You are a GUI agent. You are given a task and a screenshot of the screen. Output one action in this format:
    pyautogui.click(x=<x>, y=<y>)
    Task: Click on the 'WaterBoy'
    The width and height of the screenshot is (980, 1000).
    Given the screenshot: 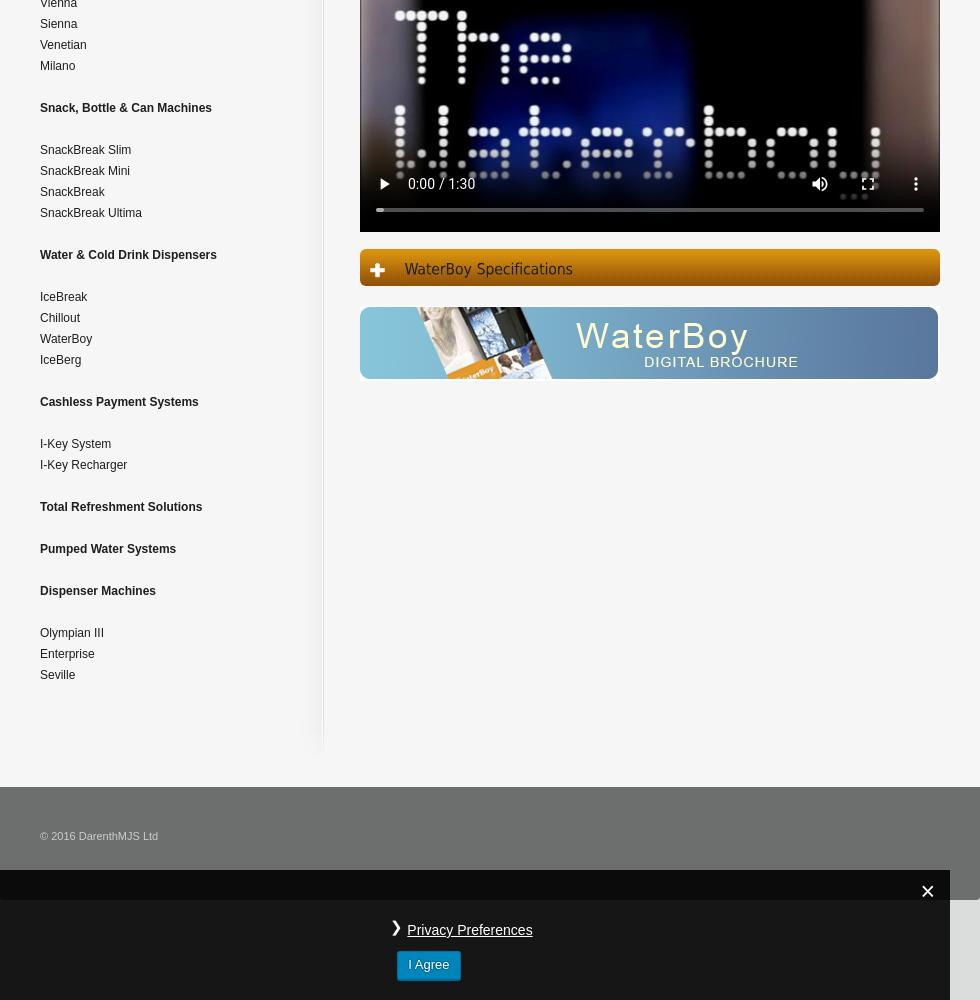 What is the action you would take?
    pyautogui.click(x=65, y=338)
    